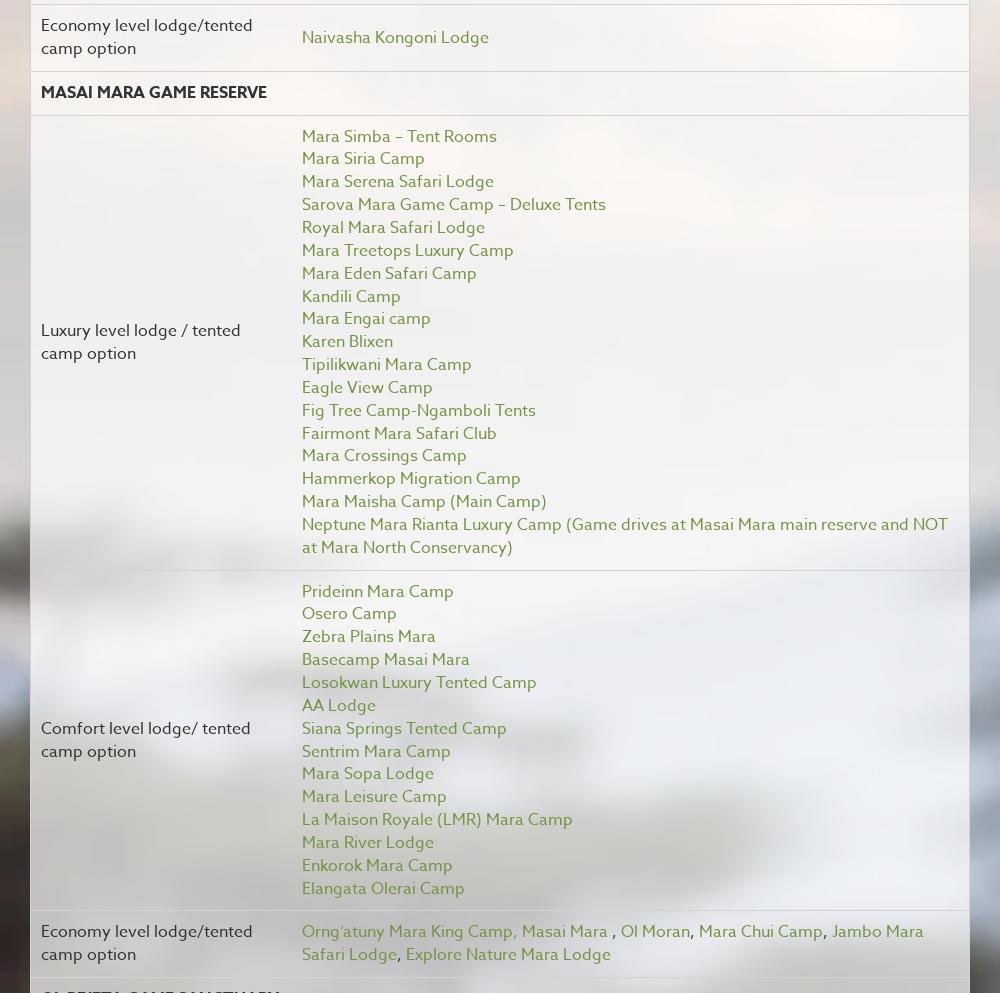 The width and height of the screenshot is (1000, 993). What do you see at coordinates (423, 501) in the screenshot?
I see `'Mara Maisha Camp (Main Camp)'` at bounding box center [423, 501].